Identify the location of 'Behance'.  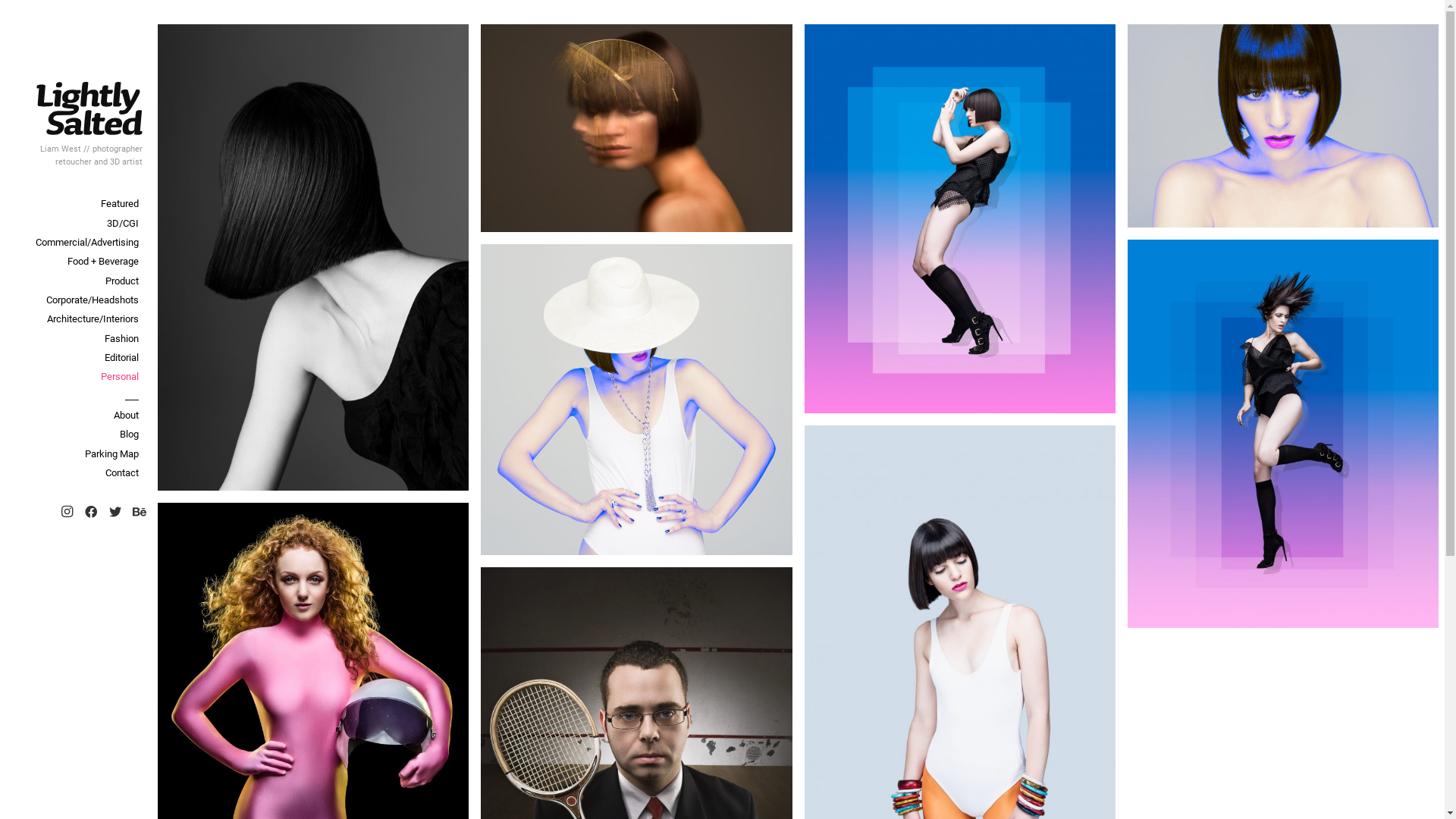
(139, 512).